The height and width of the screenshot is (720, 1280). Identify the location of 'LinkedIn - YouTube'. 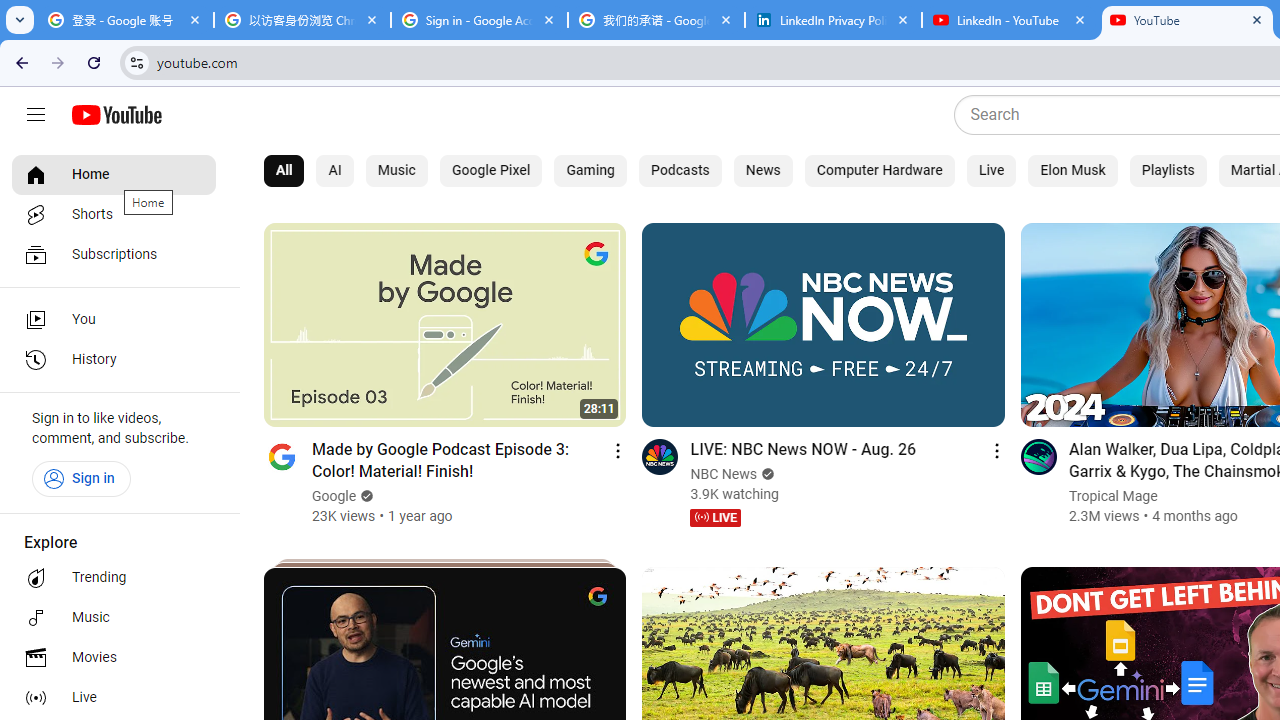
(1010, 20).